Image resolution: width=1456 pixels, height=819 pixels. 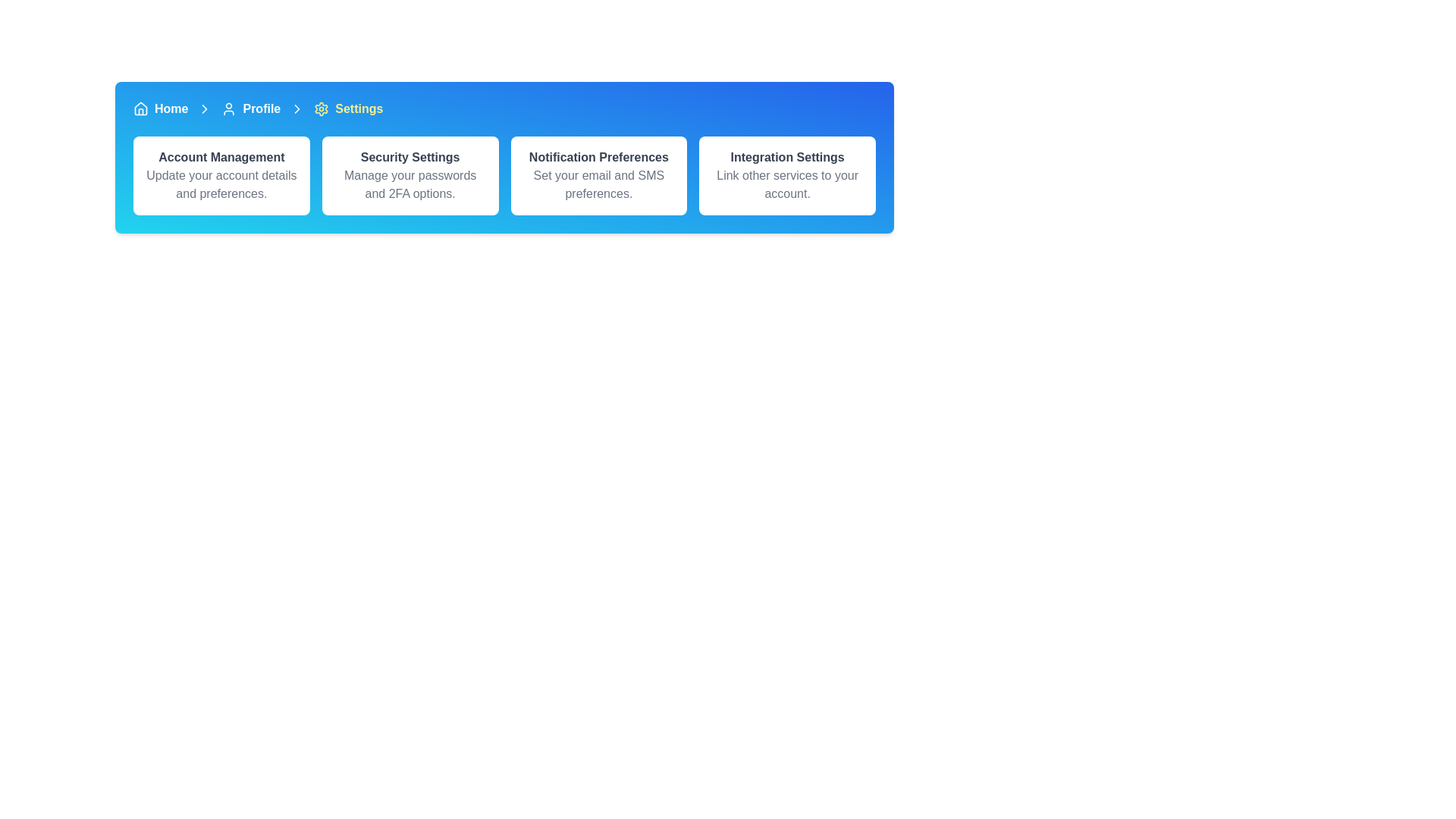 I want to click on the Informational Card located at the top-center section of the interface, so click(x=221, y=174).